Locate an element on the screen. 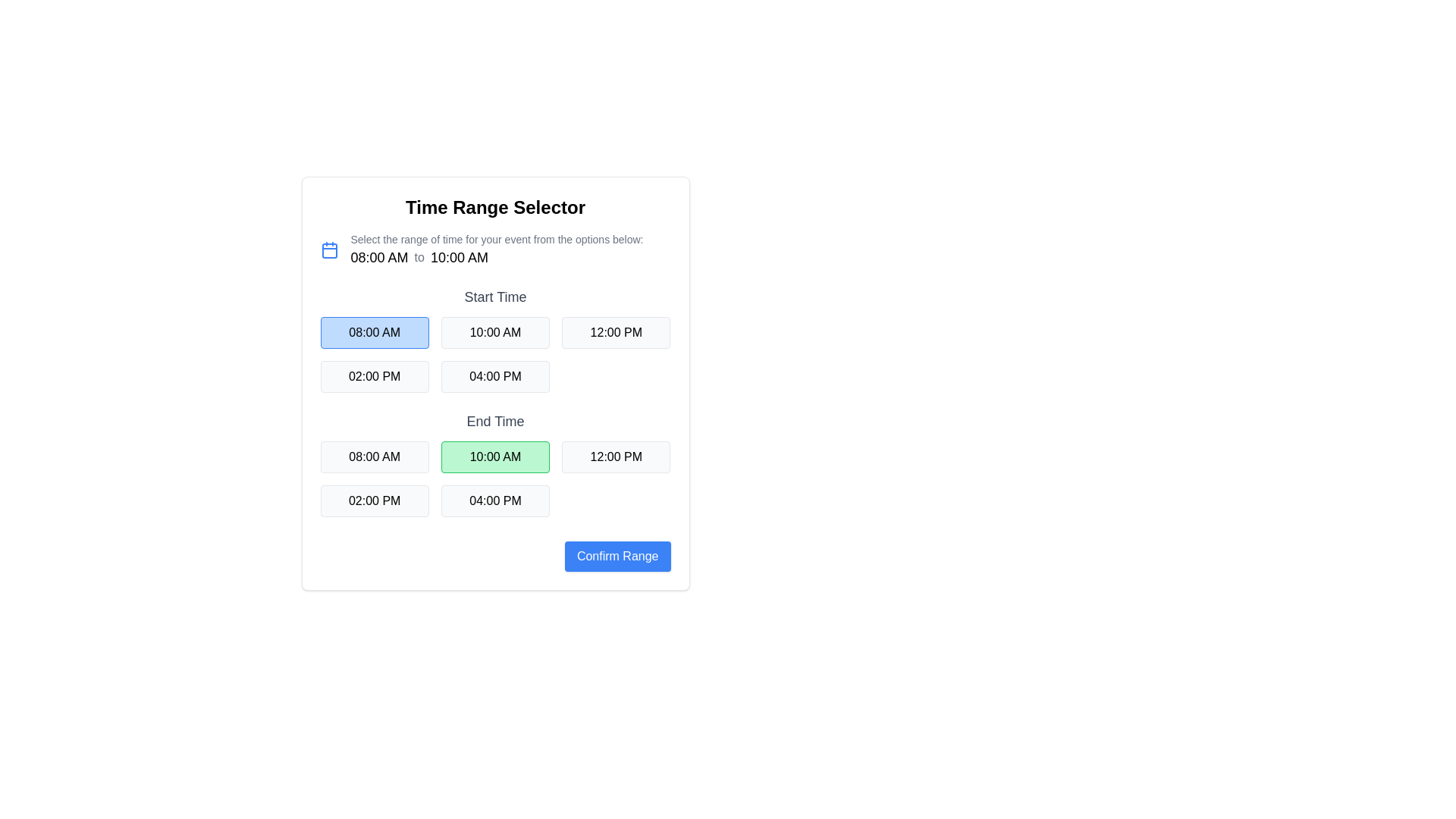 This screenshot has width=1456, height=819. the 'End Time' label which indicates the ending time of a range within the 'Time Range Selector' section is located at coordinates (495, 421).